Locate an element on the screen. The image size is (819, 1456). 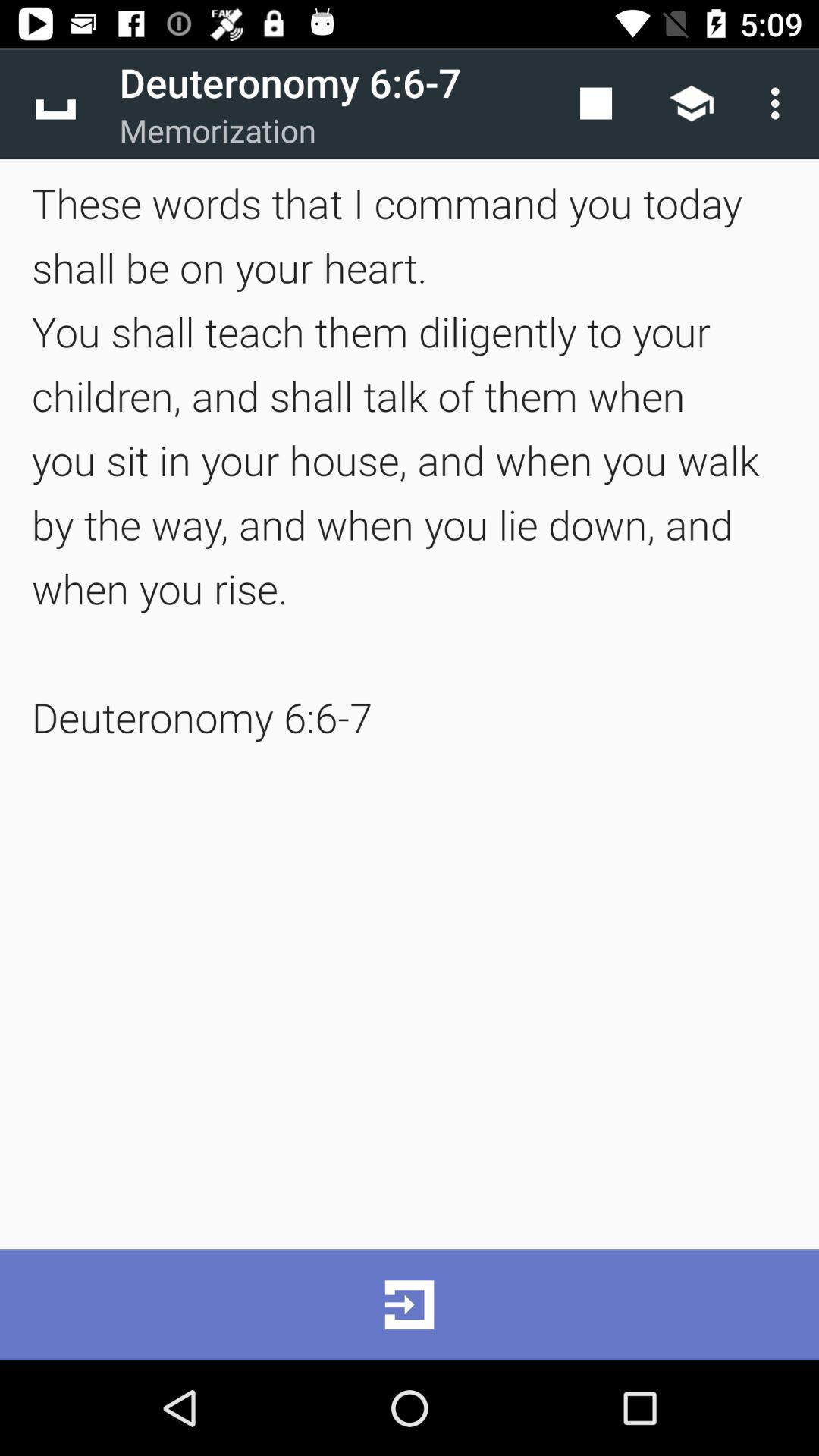
the these words that item is located at coordinates (409, 459).